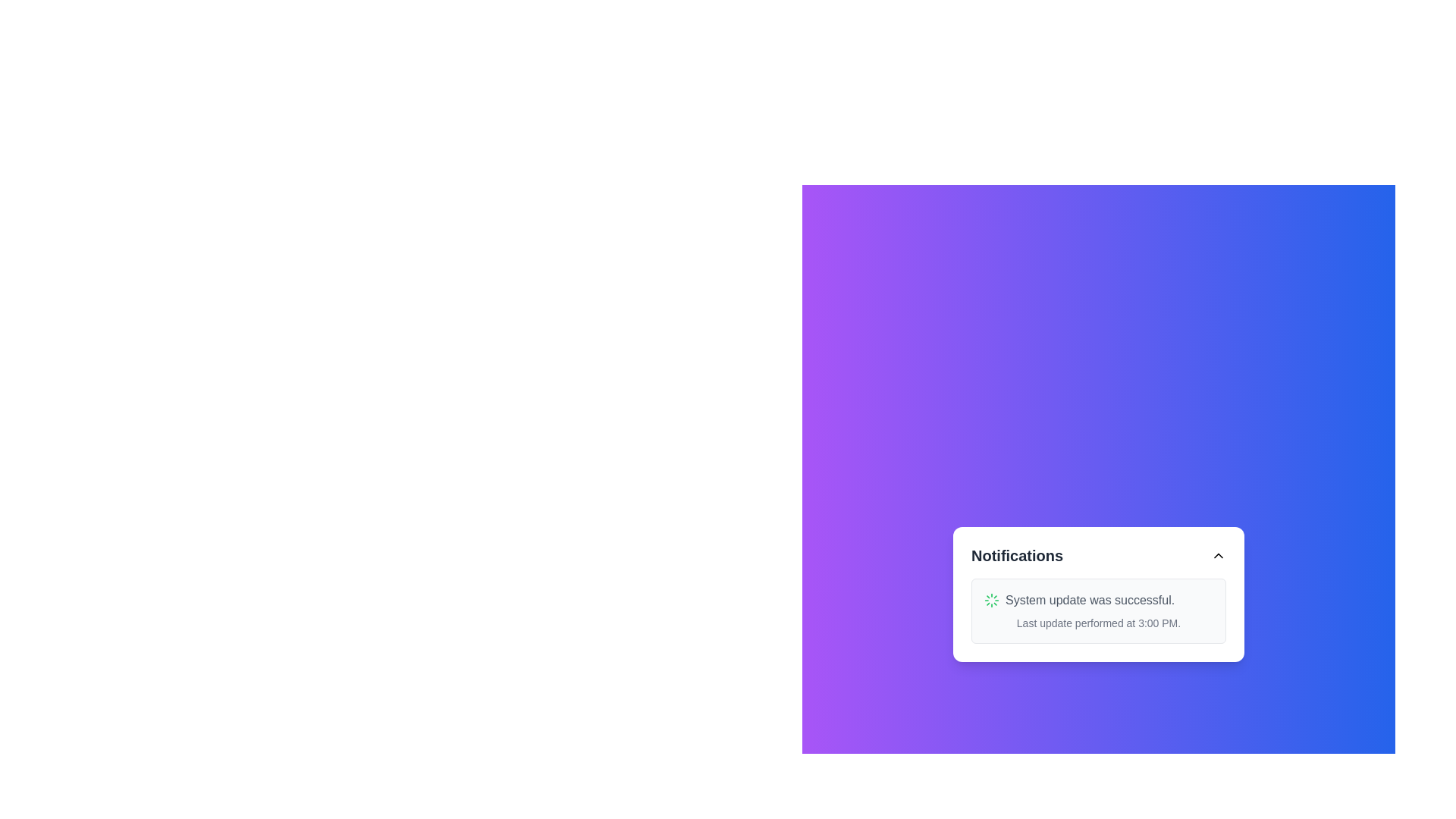  Describe the element at coordinates (1017, 555) in the screenshot. I see `the bold header text element displaying 'Notifications' located at the top-left side of the notification card` at that location.